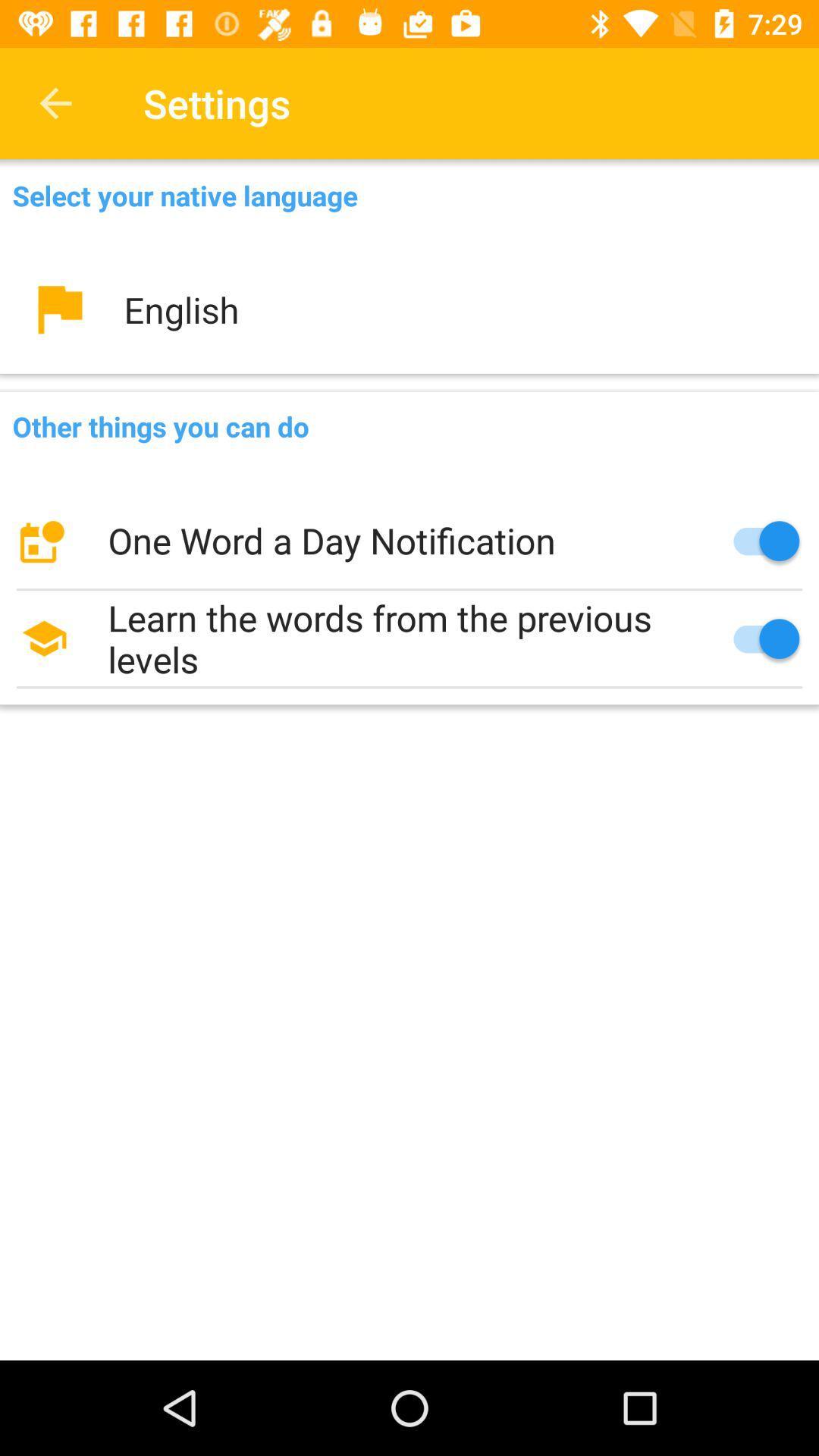  Describe the element at coordinates (409, 541) in the screenshot. I see `item below the other things you icon` at that location.